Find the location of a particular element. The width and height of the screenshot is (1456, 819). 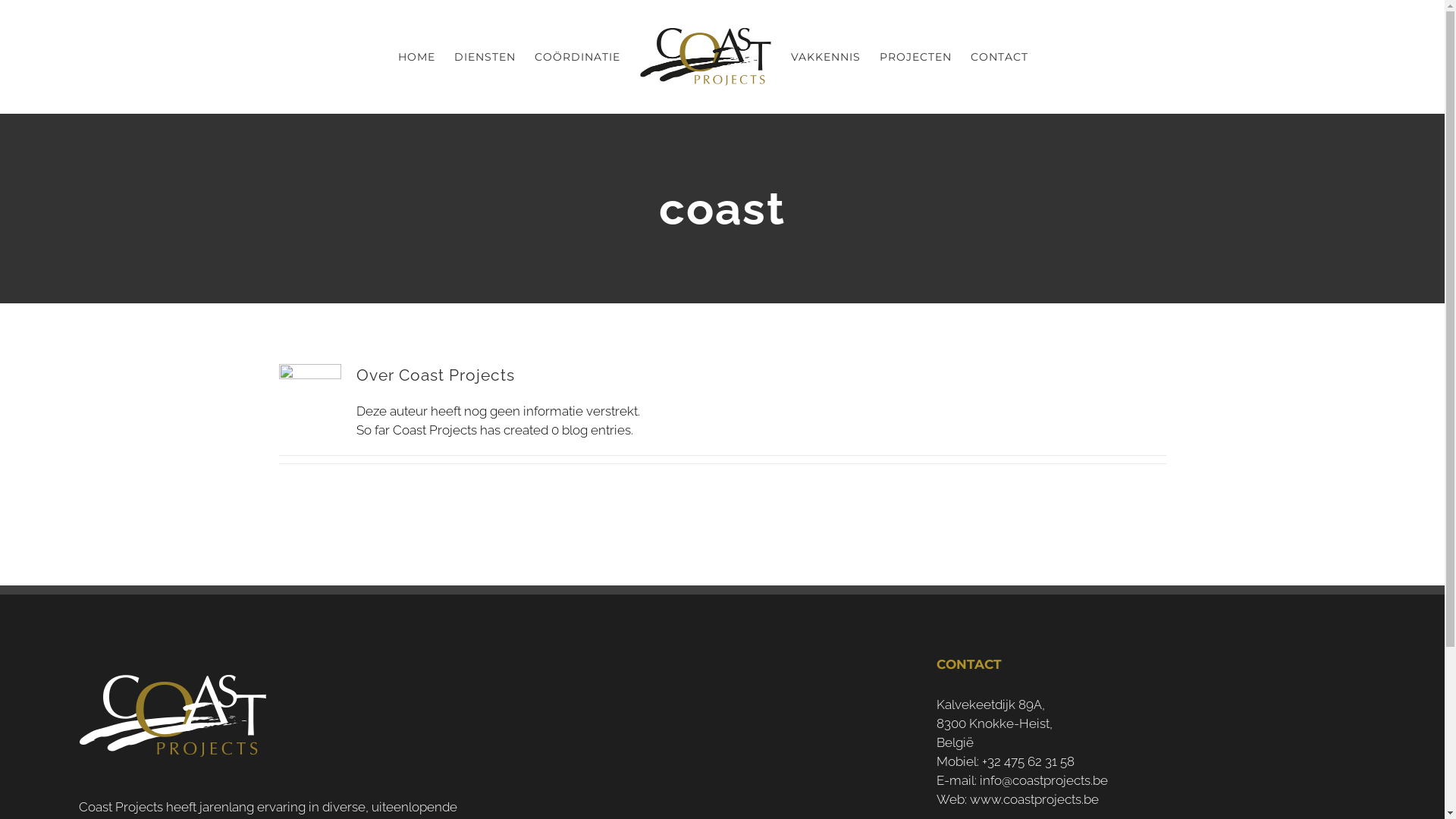

'HOME' is located at coordinates (416, 55).